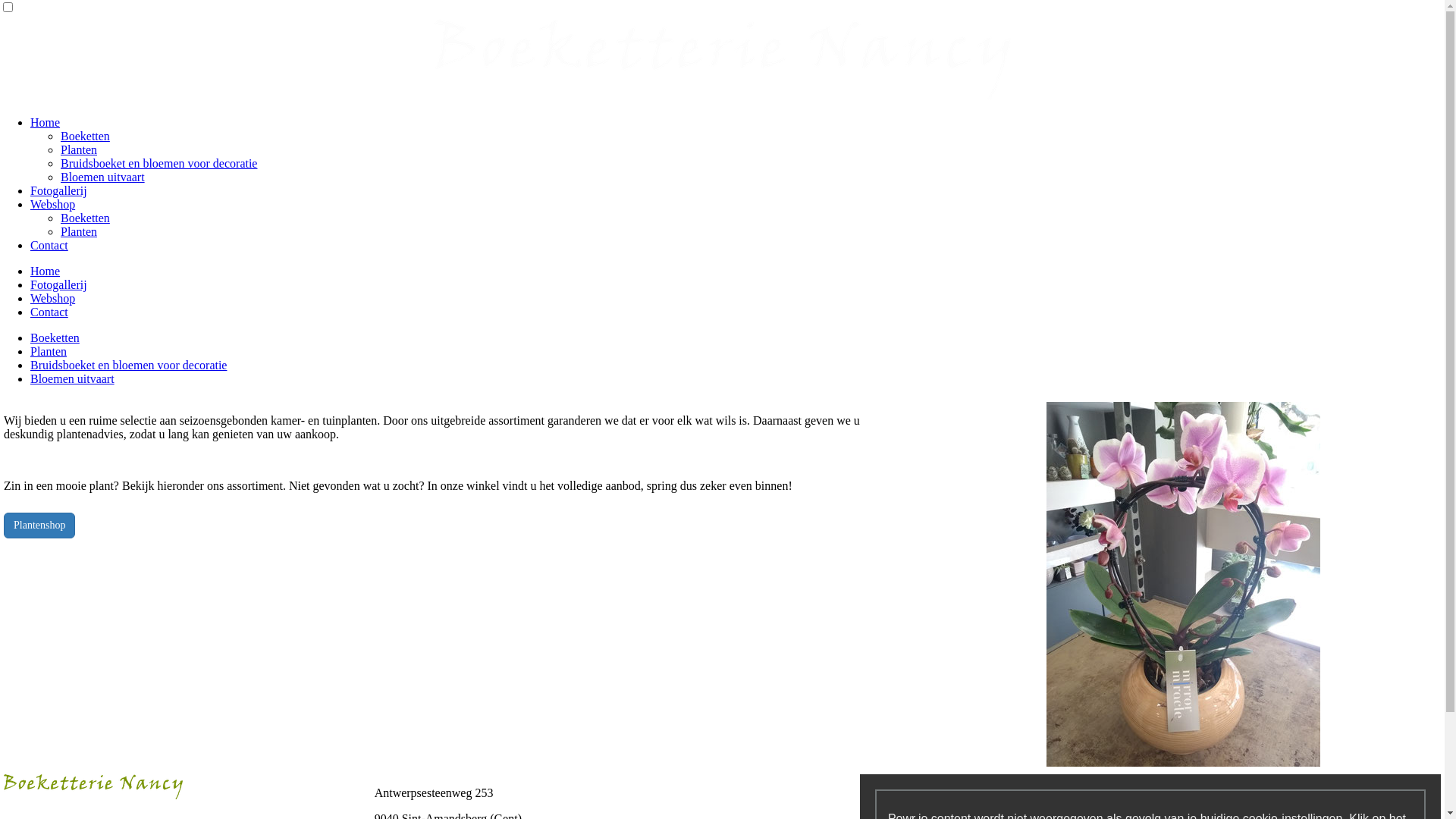  Describe the element at coordinates (58, 190) in the screenshot. I see `'Fotogallerij'` at that location.